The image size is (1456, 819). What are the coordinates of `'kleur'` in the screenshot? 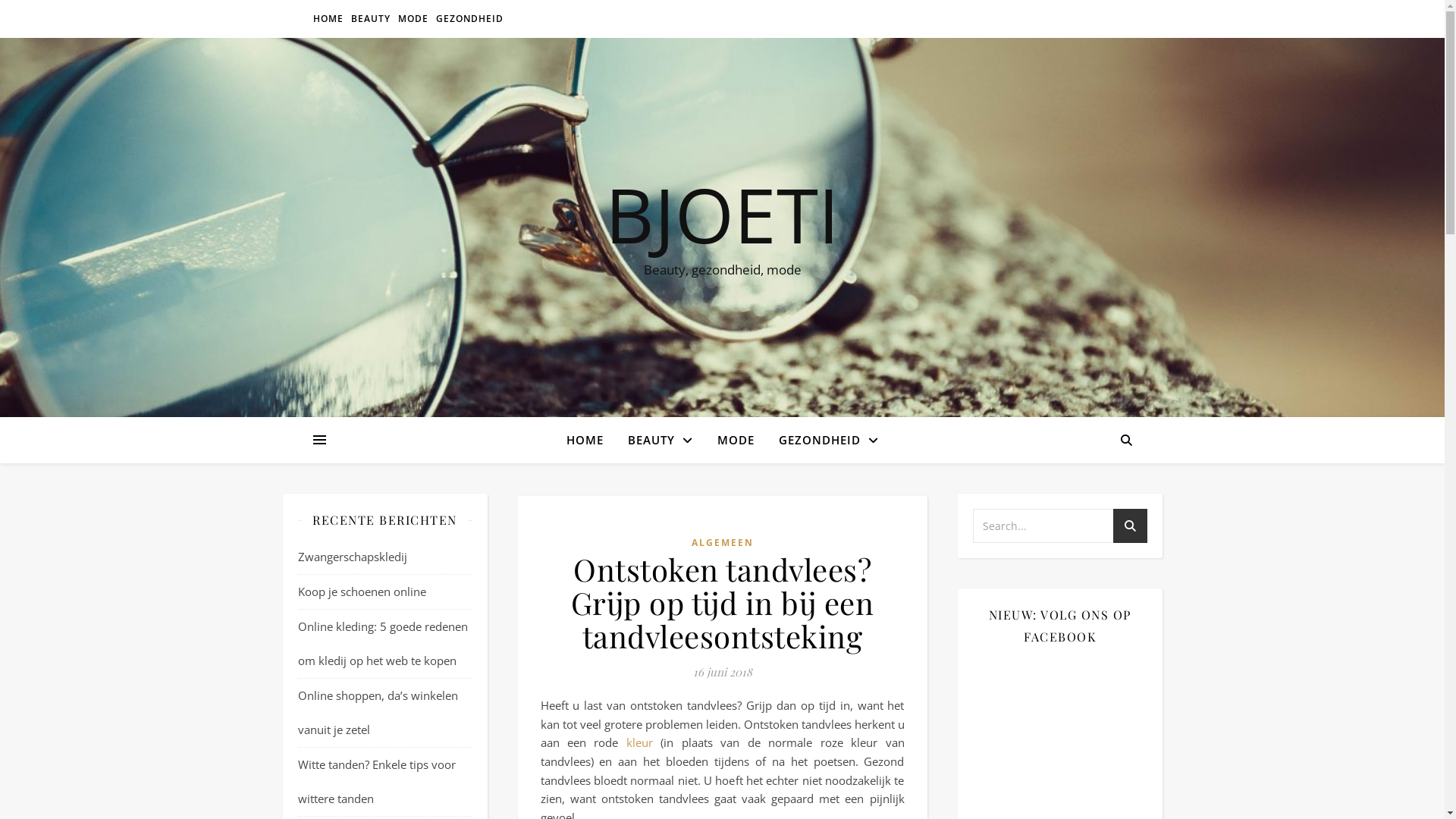 It's located at (626, 742).